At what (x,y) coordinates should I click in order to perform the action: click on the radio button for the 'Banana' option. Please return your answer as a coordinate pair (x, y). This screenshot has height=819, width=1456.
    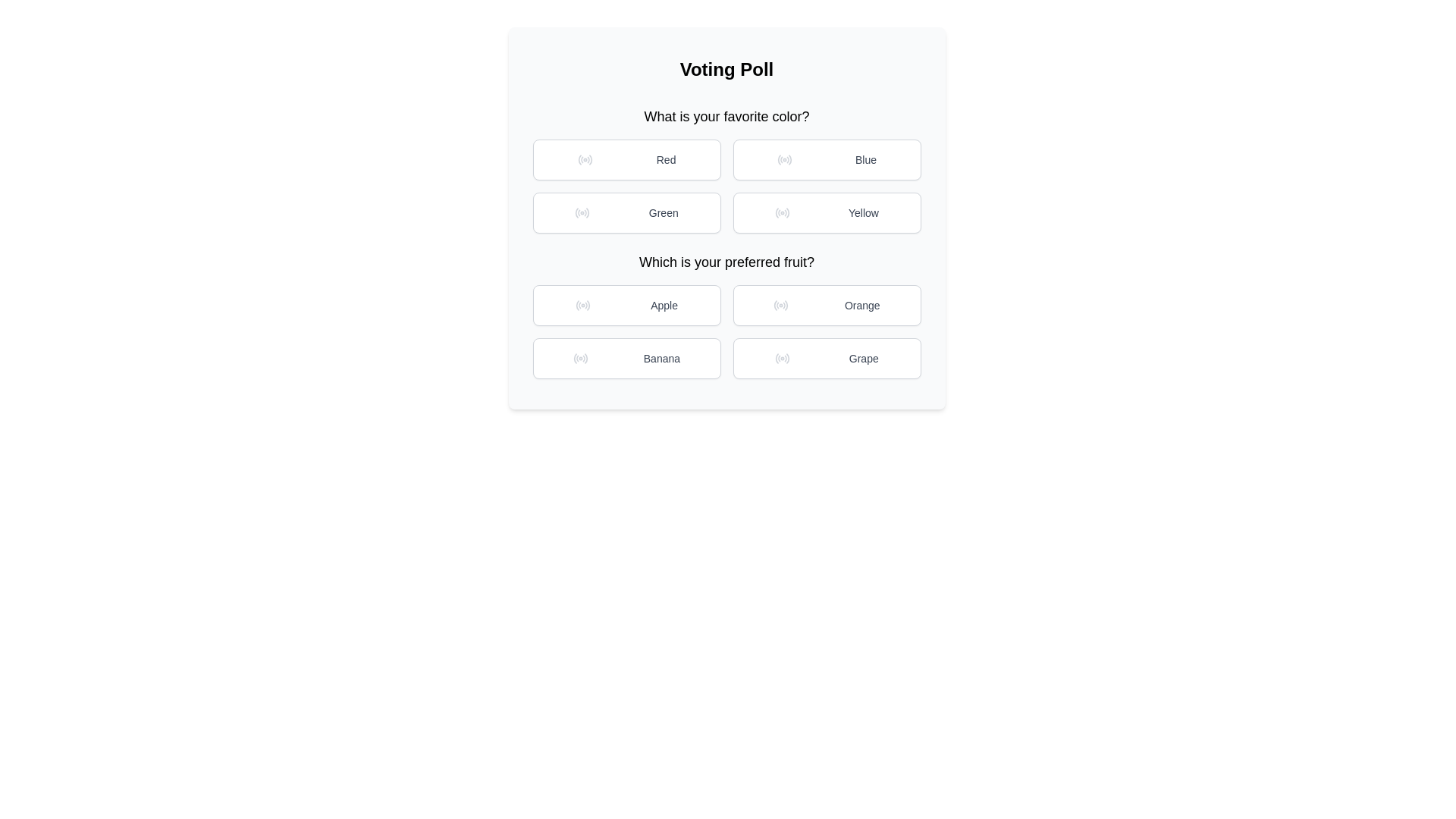
    Looking at the image, I should click on (579, 359).